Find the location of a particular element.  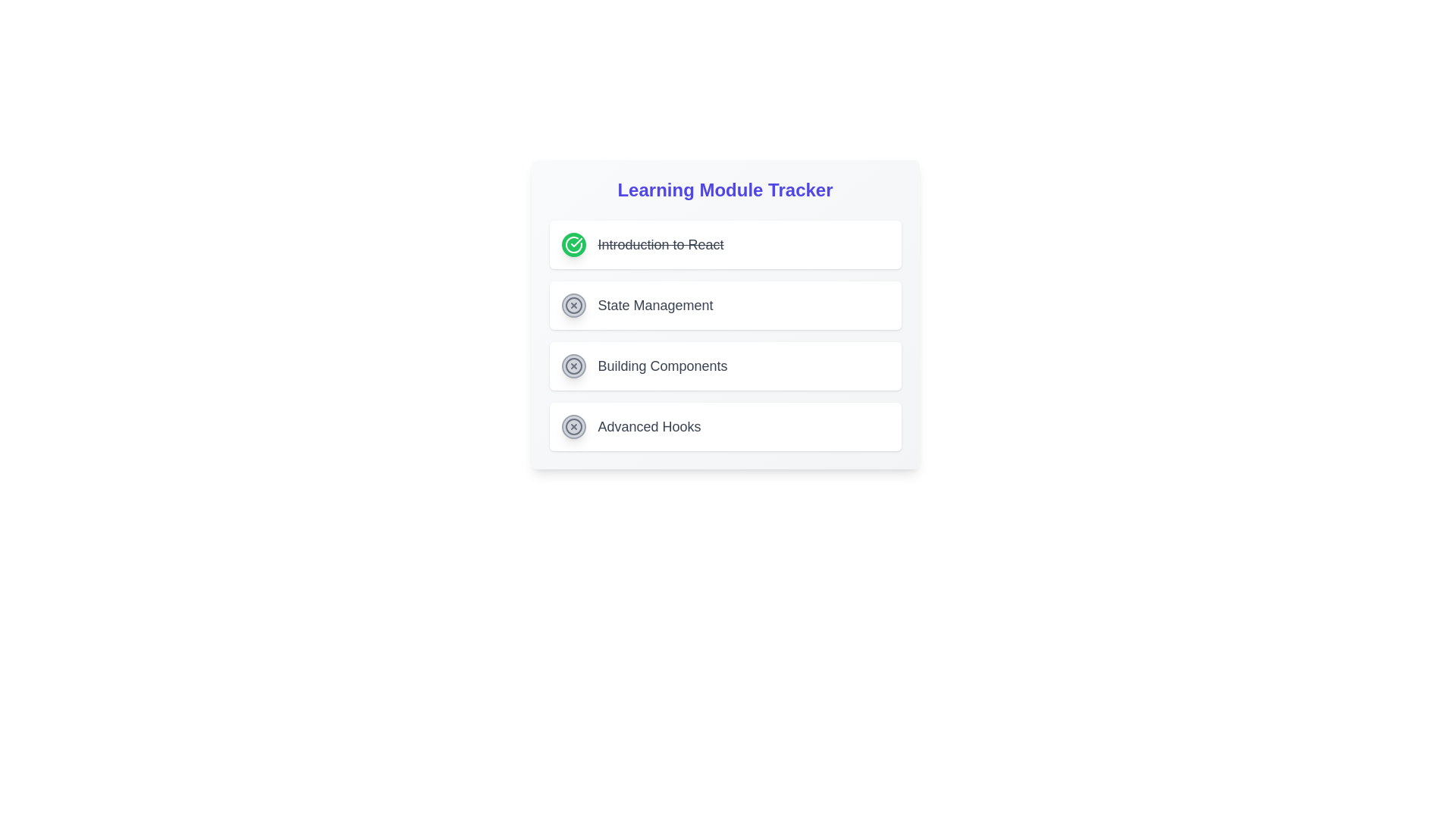

the first list item in the 'Learning Module Tracker' that features a green circular icon with a checkmark and text 'Introduction to React', which is styled with a line-through effect is located at coordinates (642, 244).